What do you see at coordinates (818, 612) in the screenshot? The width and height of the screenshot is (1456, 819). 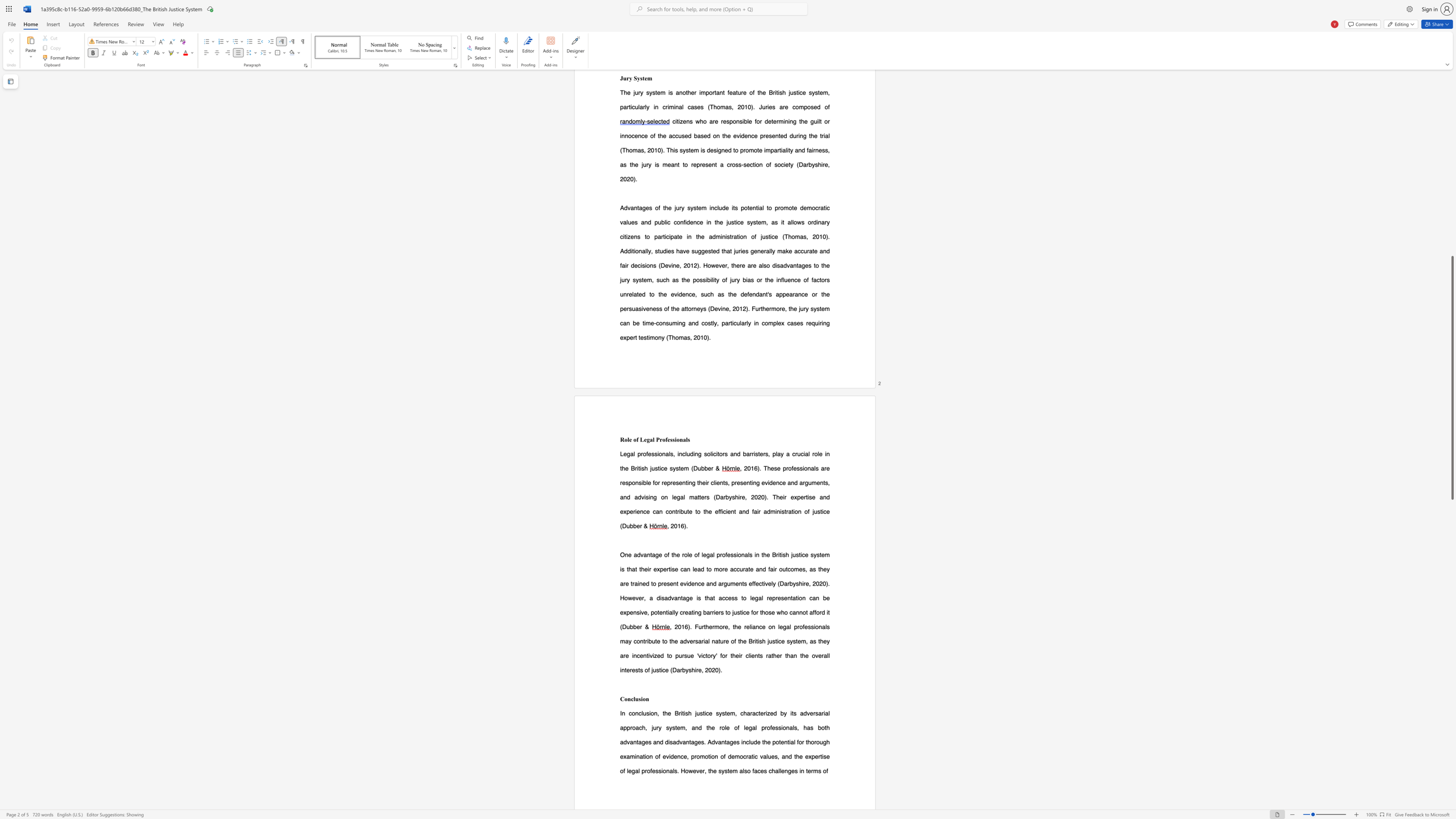 I see `the 10th character "o" in the text` at bounding box center [818, 612].